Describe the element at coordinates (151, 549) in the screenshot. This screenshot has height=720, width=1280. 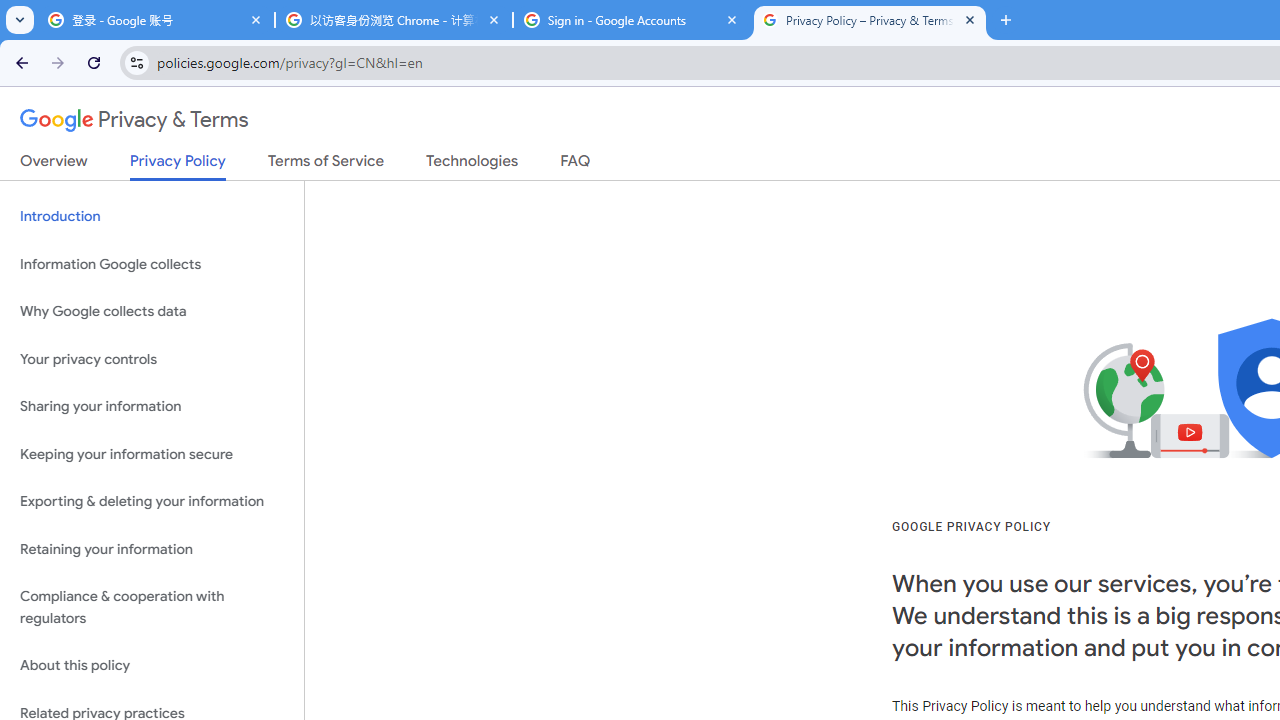
I see `'Retaining your information'` at that location.